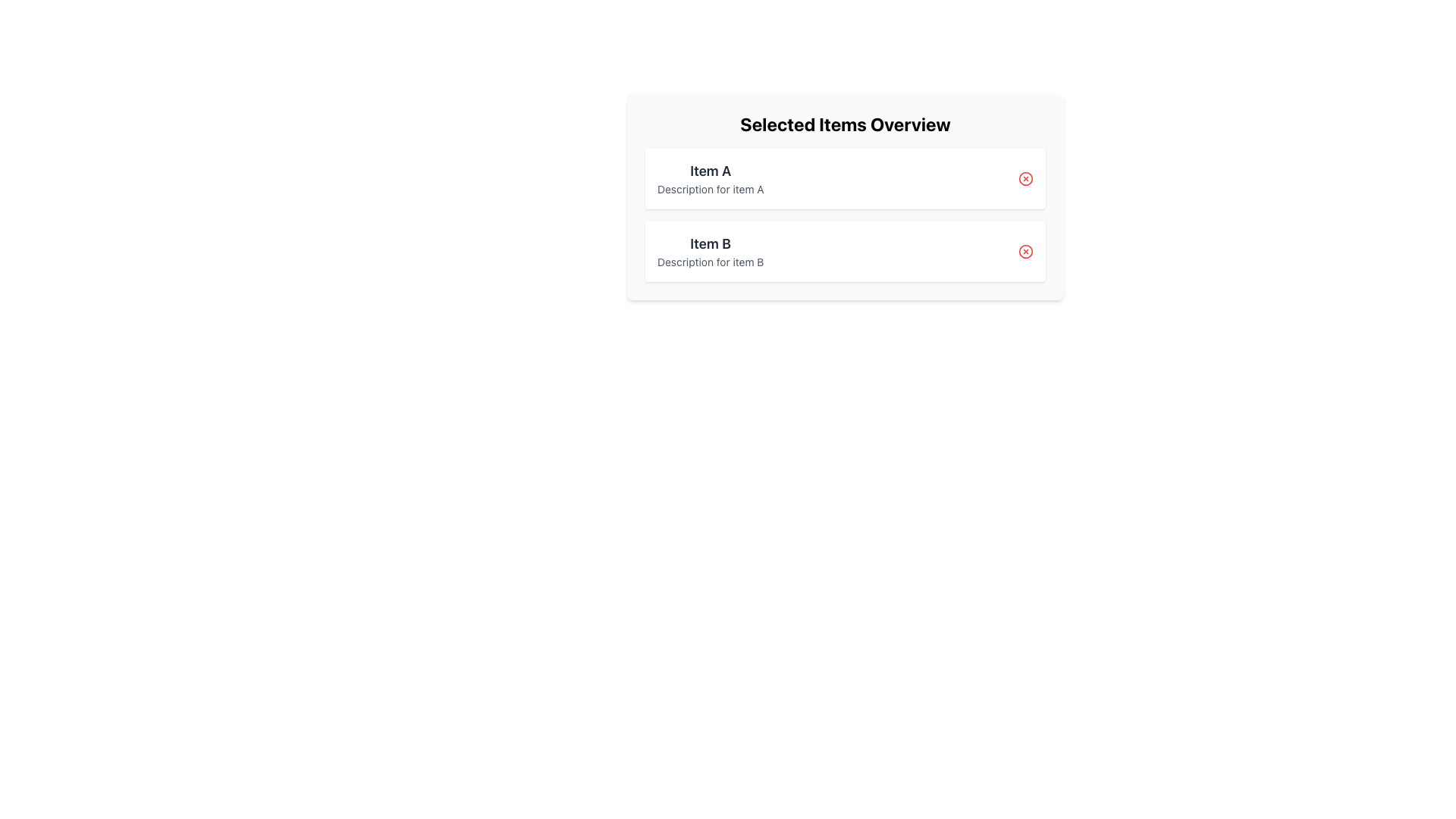 The width and height of the screenshot is (1456, 819). What do you see at coordinates (1026, 250) in the screenshot?
I see `the button for removing or closing the associated item from the list, located in the panel labeled 'Item B - Description for item B' at the rightmost side` at bounding box center [1026, 250].